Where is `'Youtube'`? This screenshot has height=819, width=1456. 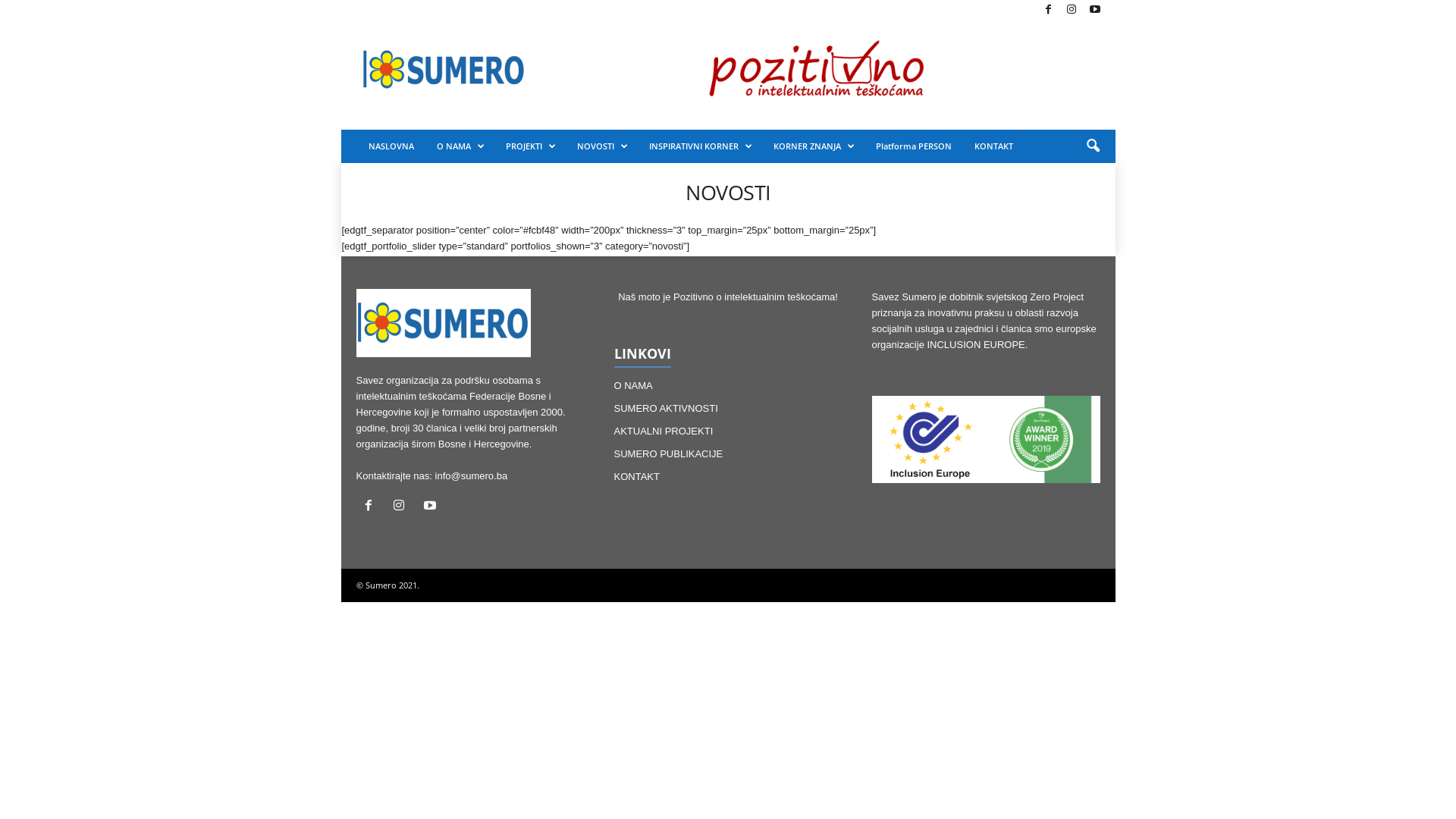 'Youtube' is located at coordinates (1095, 10).